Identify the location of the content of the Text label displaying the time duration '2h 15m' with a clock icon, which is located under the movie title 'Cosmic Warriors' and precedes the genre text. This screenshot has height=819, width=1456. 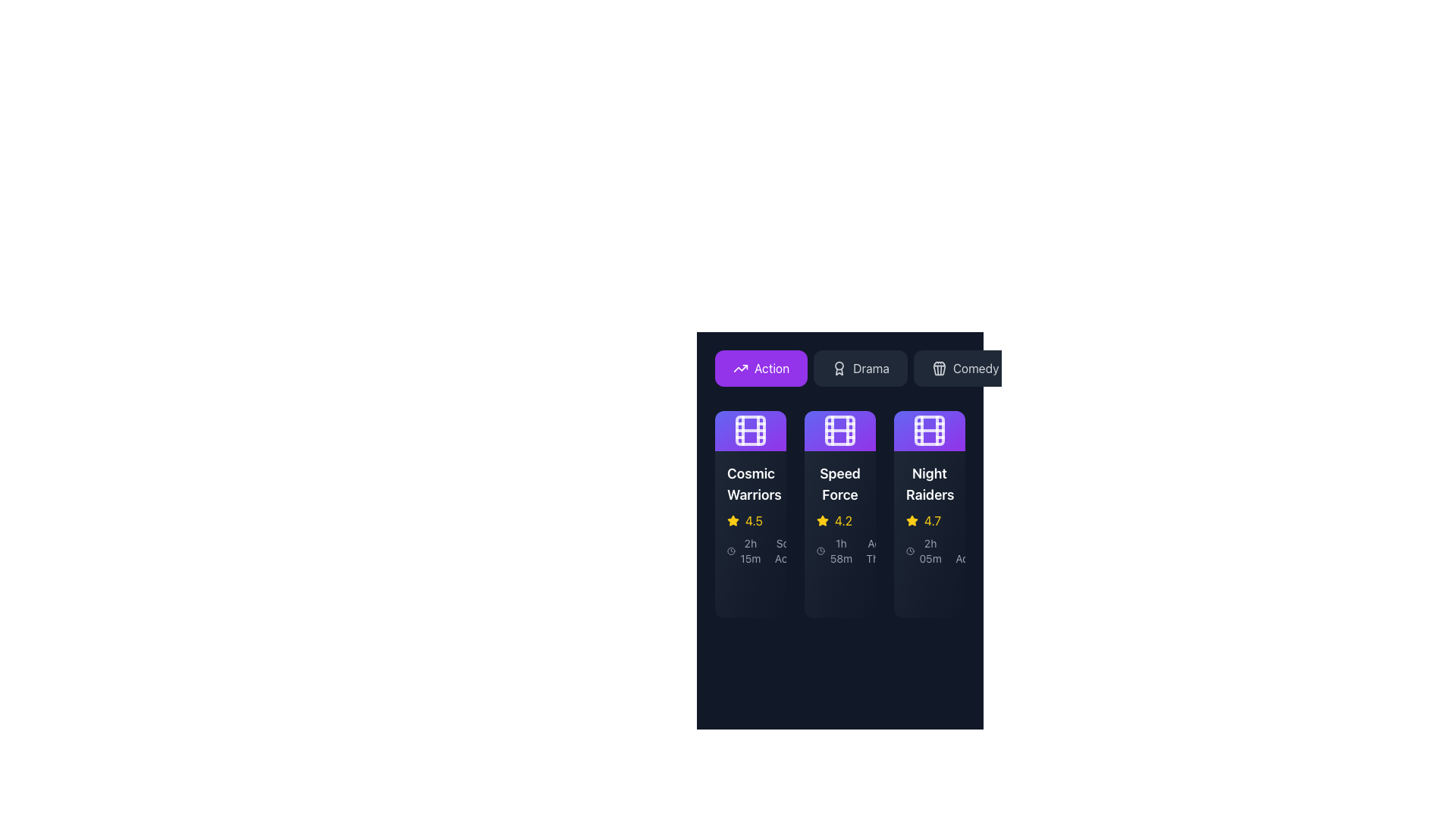
(745, 551).